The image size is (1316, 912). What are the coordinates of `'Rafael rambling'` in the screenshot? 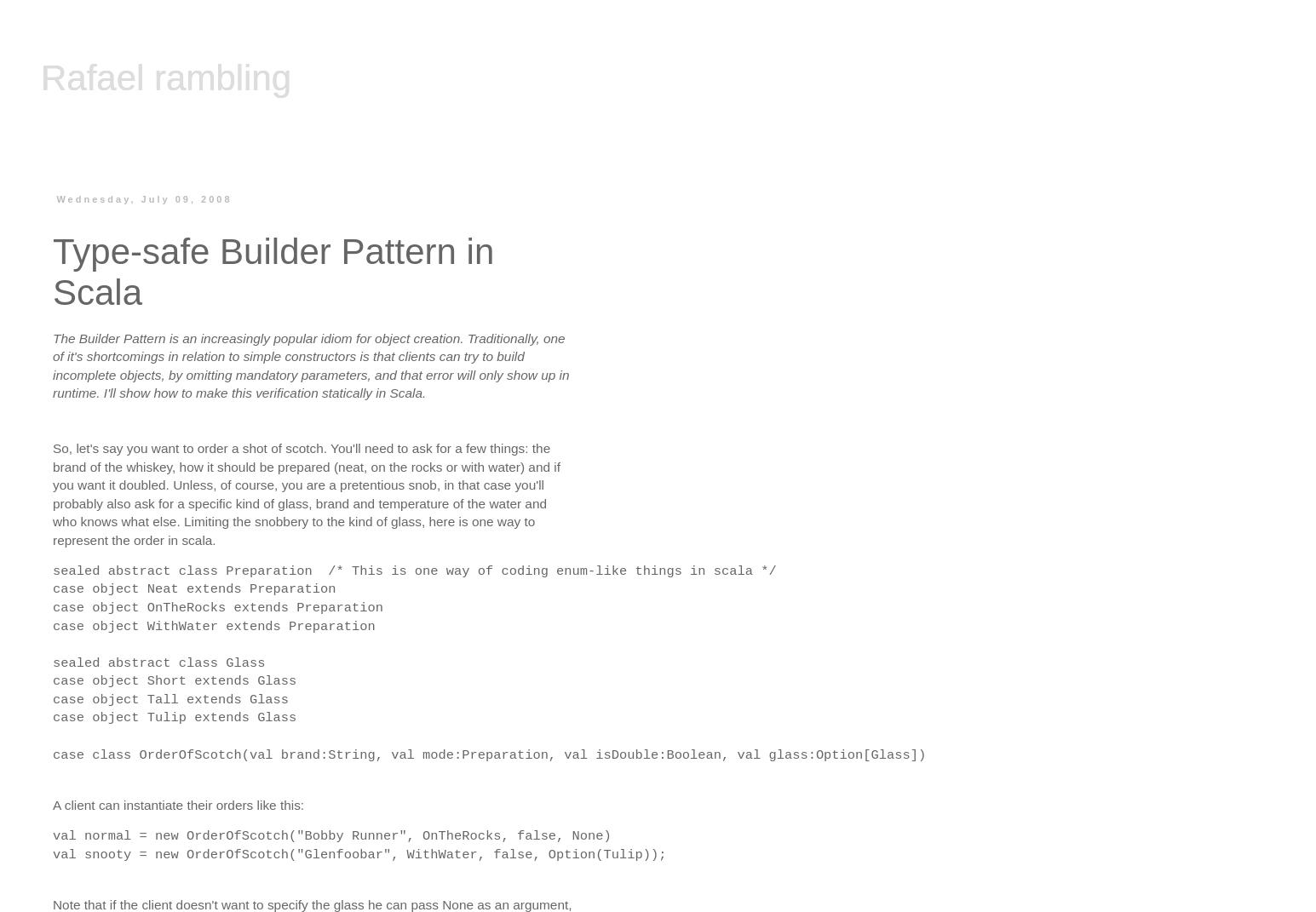 It's located at (40, 77).